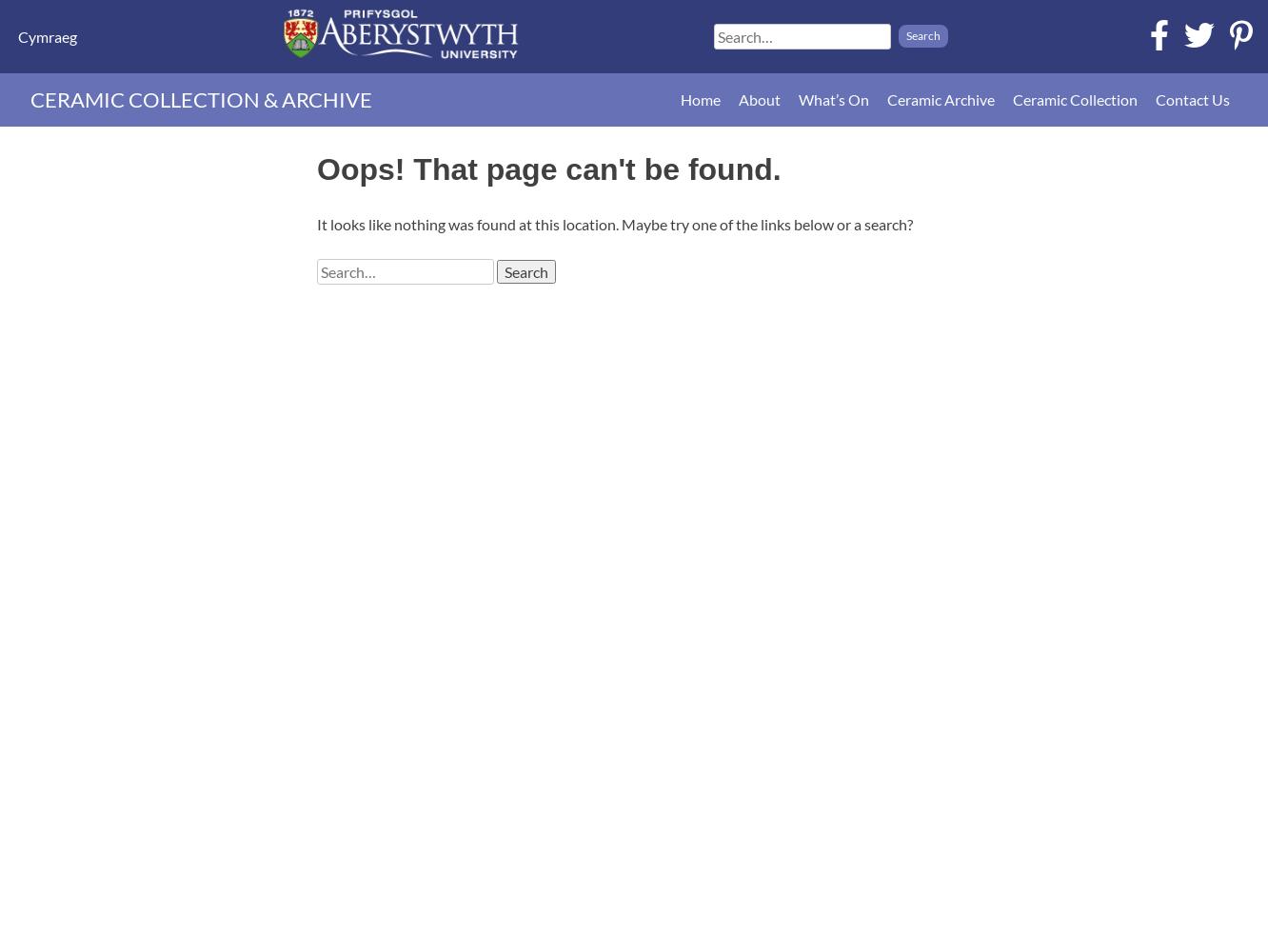  Describe the element at coordinates (317, 169) in the screenshot. I see `'Oops! That page can't be found.'` at that location.